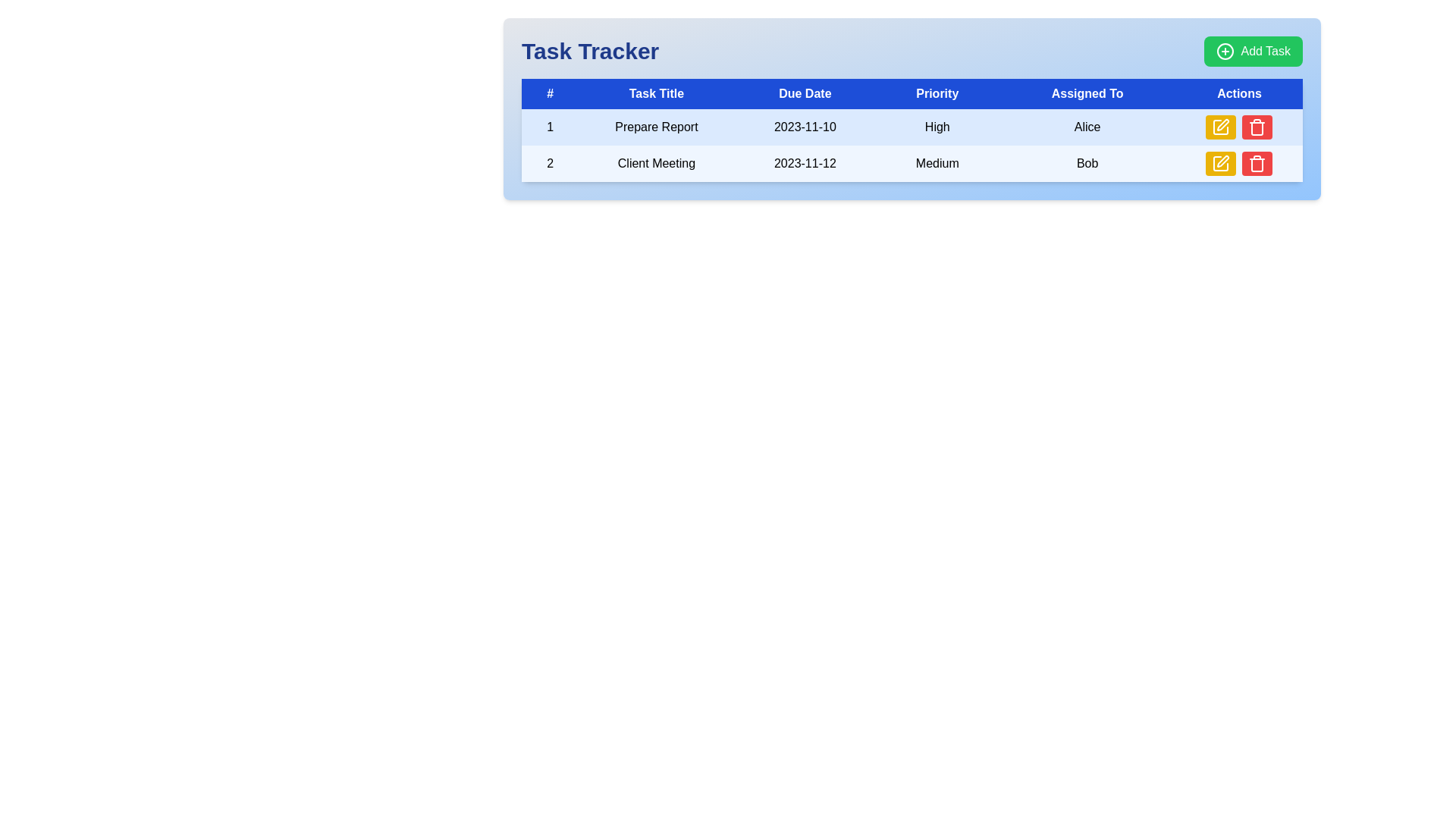 Image resolution: width=1456 pixels, height=819 pixels. Describe the element at coordinates (1257, 164) in the screenshot. I see `the red delete button with a trash can icon` at that location.